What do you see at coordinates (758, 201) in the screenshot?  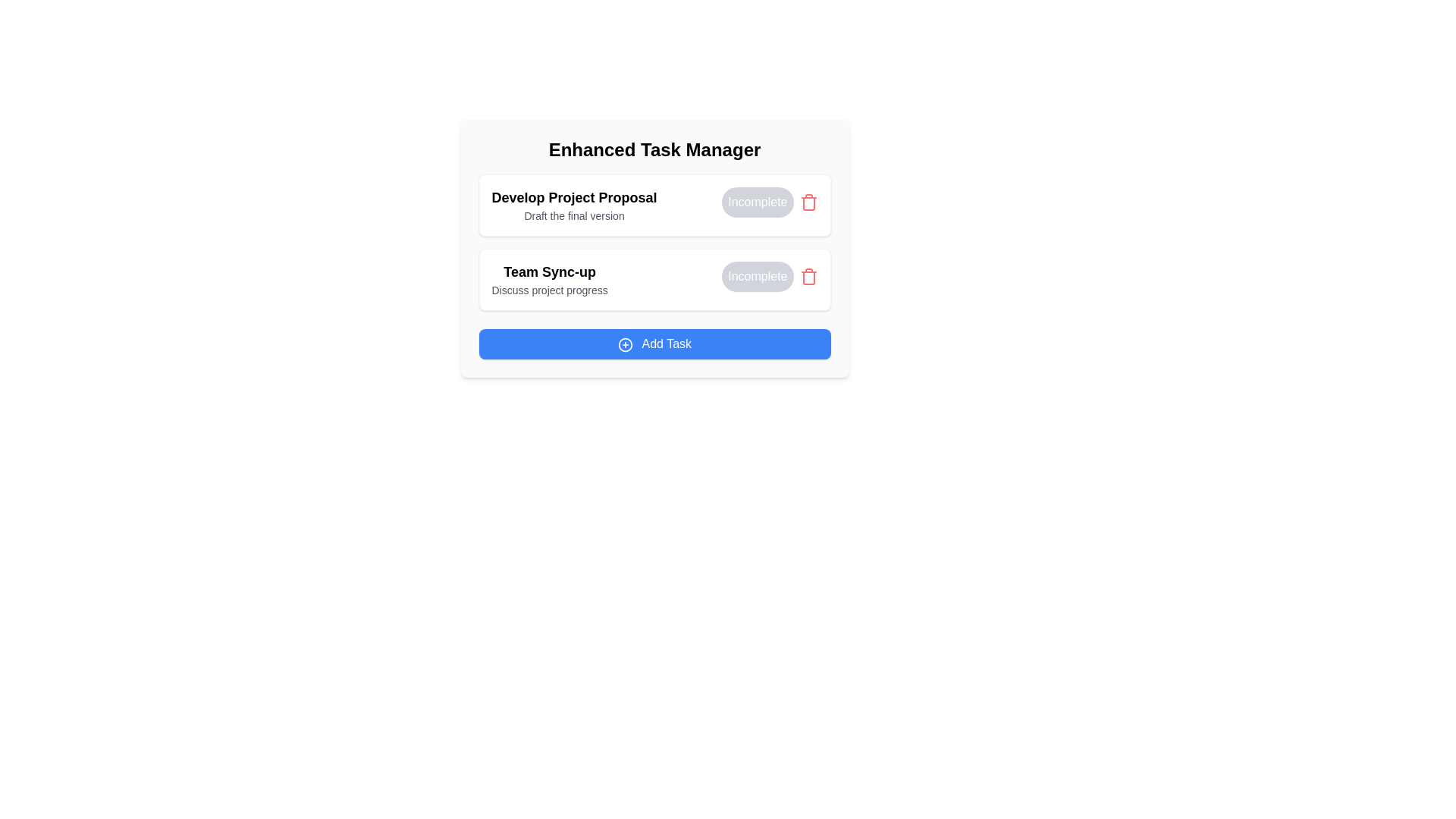 I see `the Status indicator button labeled 'Incomplete' to change its status` at bounding box center [758, 201].